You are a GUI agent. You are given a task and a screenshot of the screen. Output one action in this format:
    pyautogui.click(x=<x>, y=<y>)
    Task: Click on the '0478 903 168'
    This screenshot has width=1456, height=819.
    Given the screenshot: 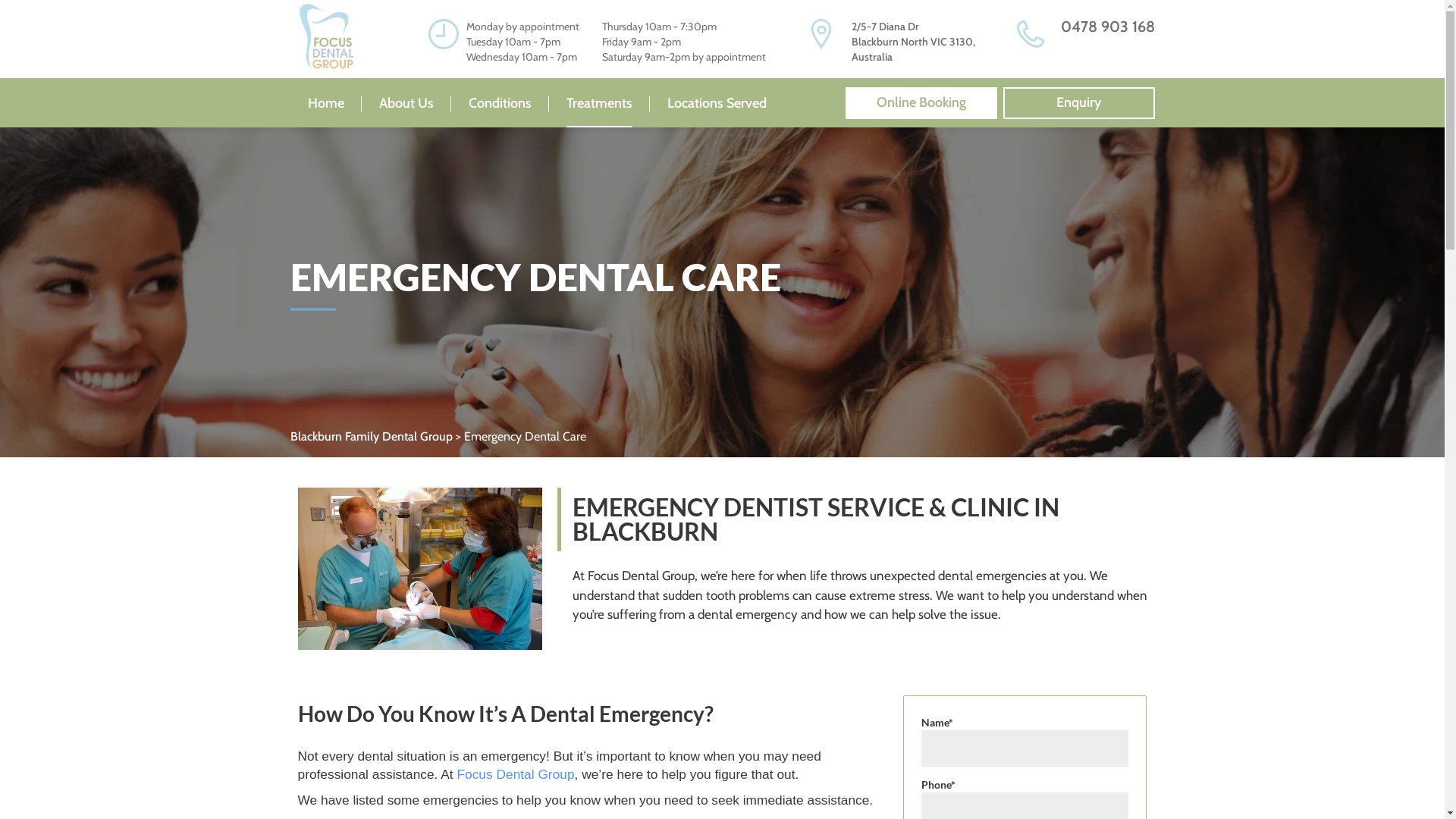 What is the action you would take?
    pyautogui.click(x=1106, y=26)
    